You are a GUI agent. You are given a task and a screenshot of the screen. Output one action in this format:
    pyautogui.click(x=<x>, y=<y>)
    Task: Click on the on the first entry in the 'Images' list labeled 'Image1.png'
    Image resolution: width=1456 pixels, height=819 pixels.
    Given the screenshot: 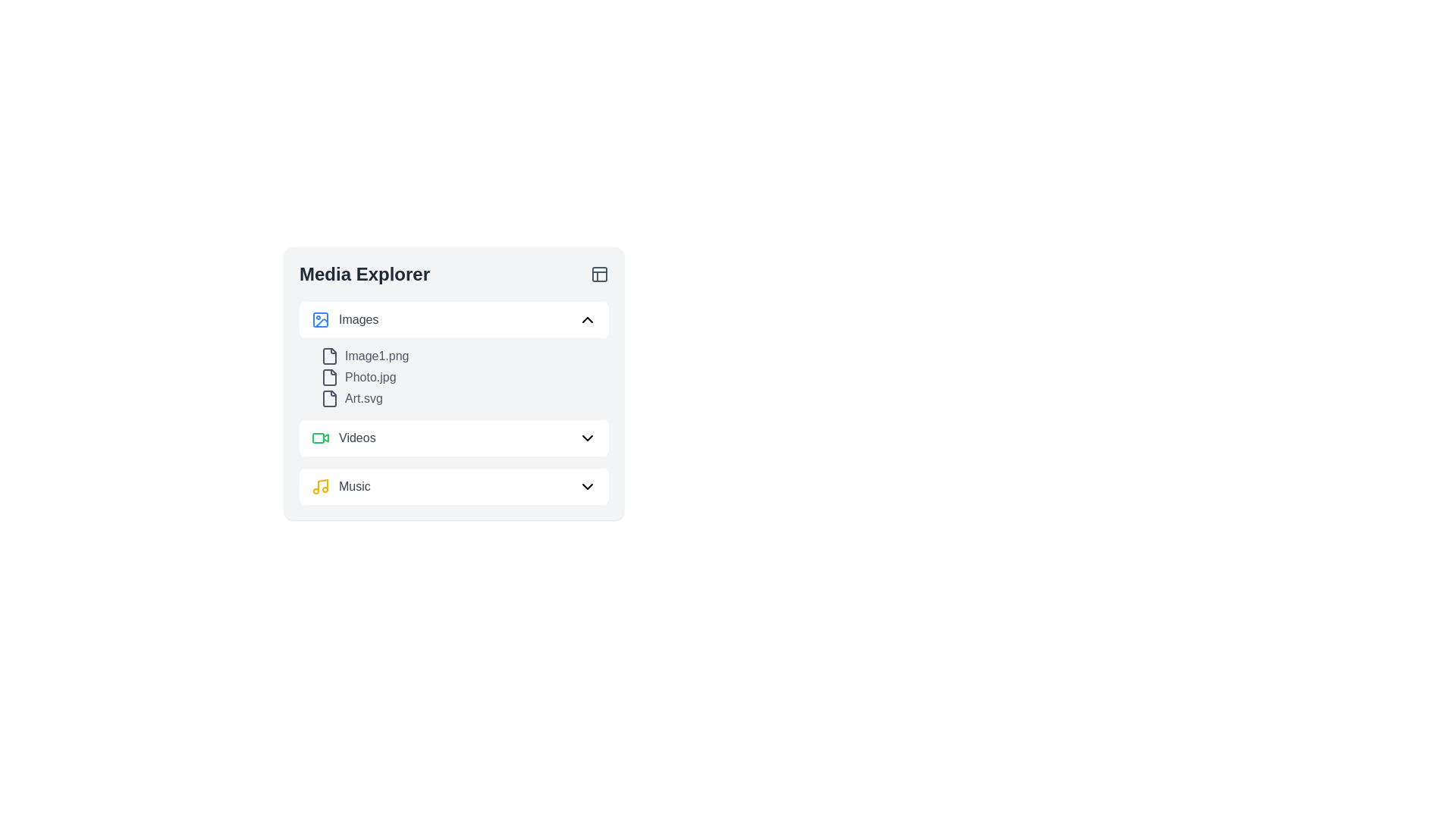 What is the action you would take?
    pyautogui.click(x=453, y=354)
    